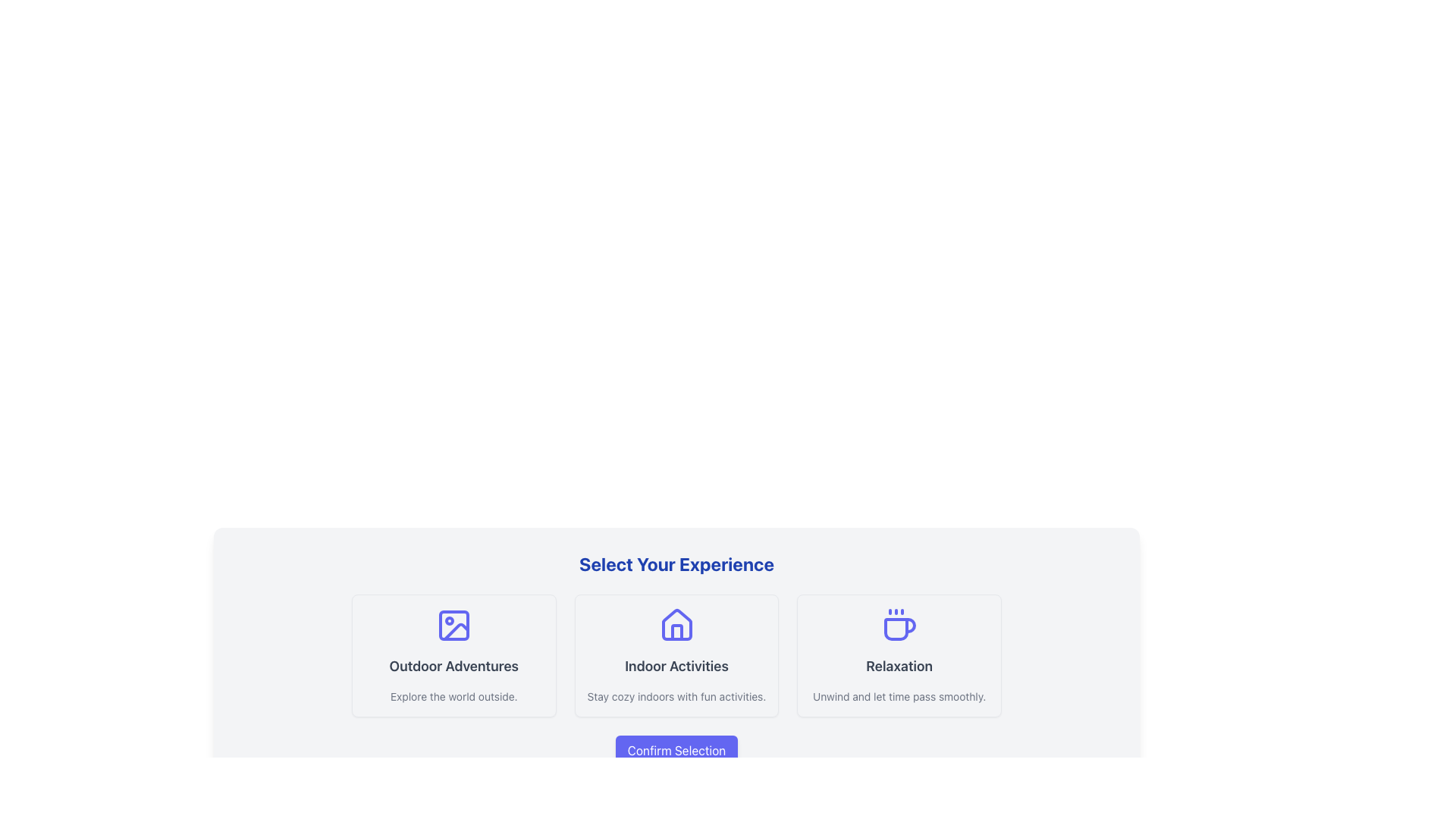 The height and width of the screenshot is (819, 1456). I want to click on the 'Confirm Selection' button located below the choice panels titled 'Outdoor Adventures,' 'Indoor Activities,' and 'Relaxation' to finalize the user's selection, so click(676, 751).